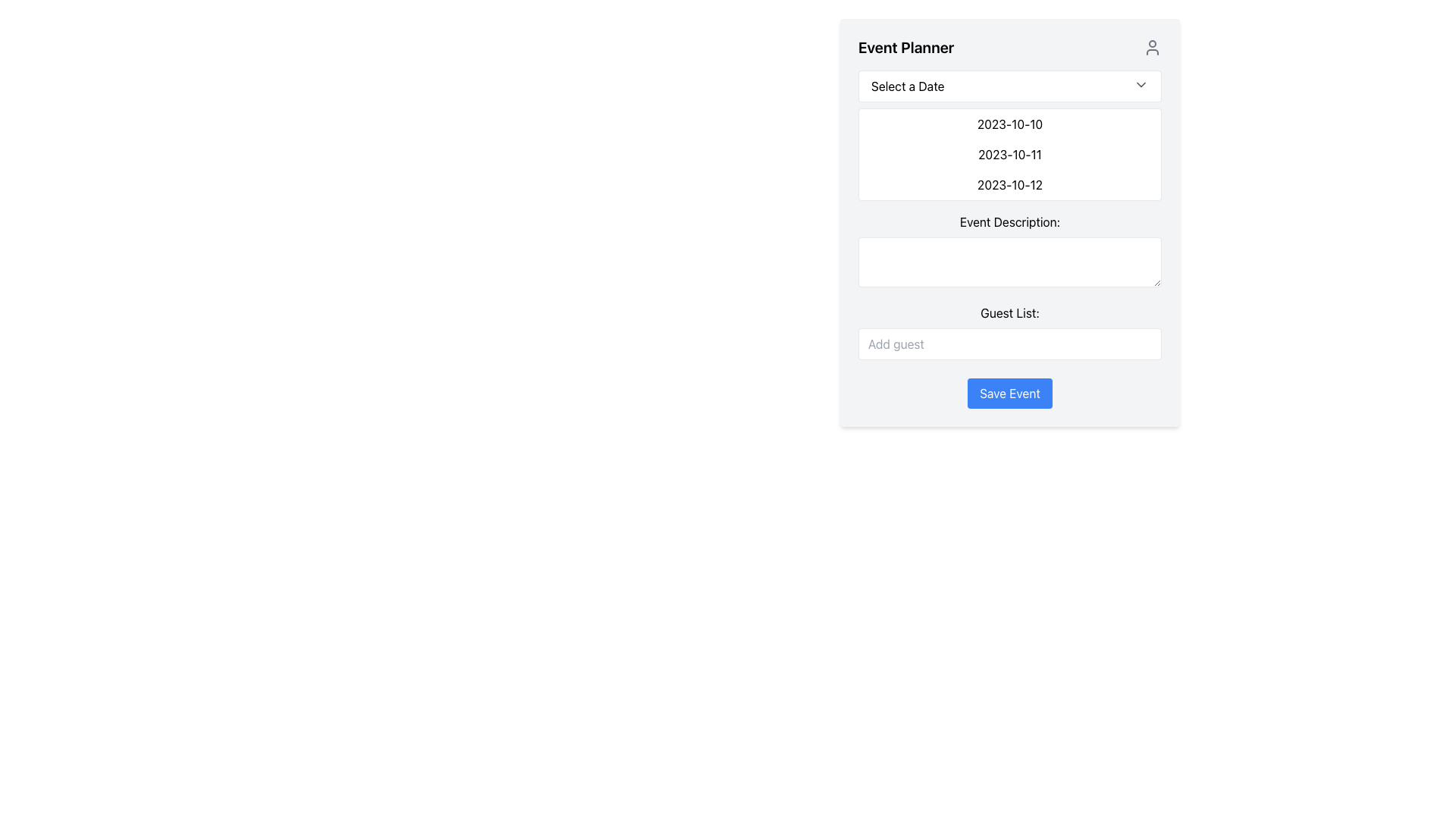 The width and height of the screenshot is (1456, 819). What do you see at coordinates (1009, 155) in the screenshot?
I see `the second selectable date option in the event planning interface, located below the 'Event Planner' title and the 'Select a Date' dropdown` at bounding box center [1009, 155].